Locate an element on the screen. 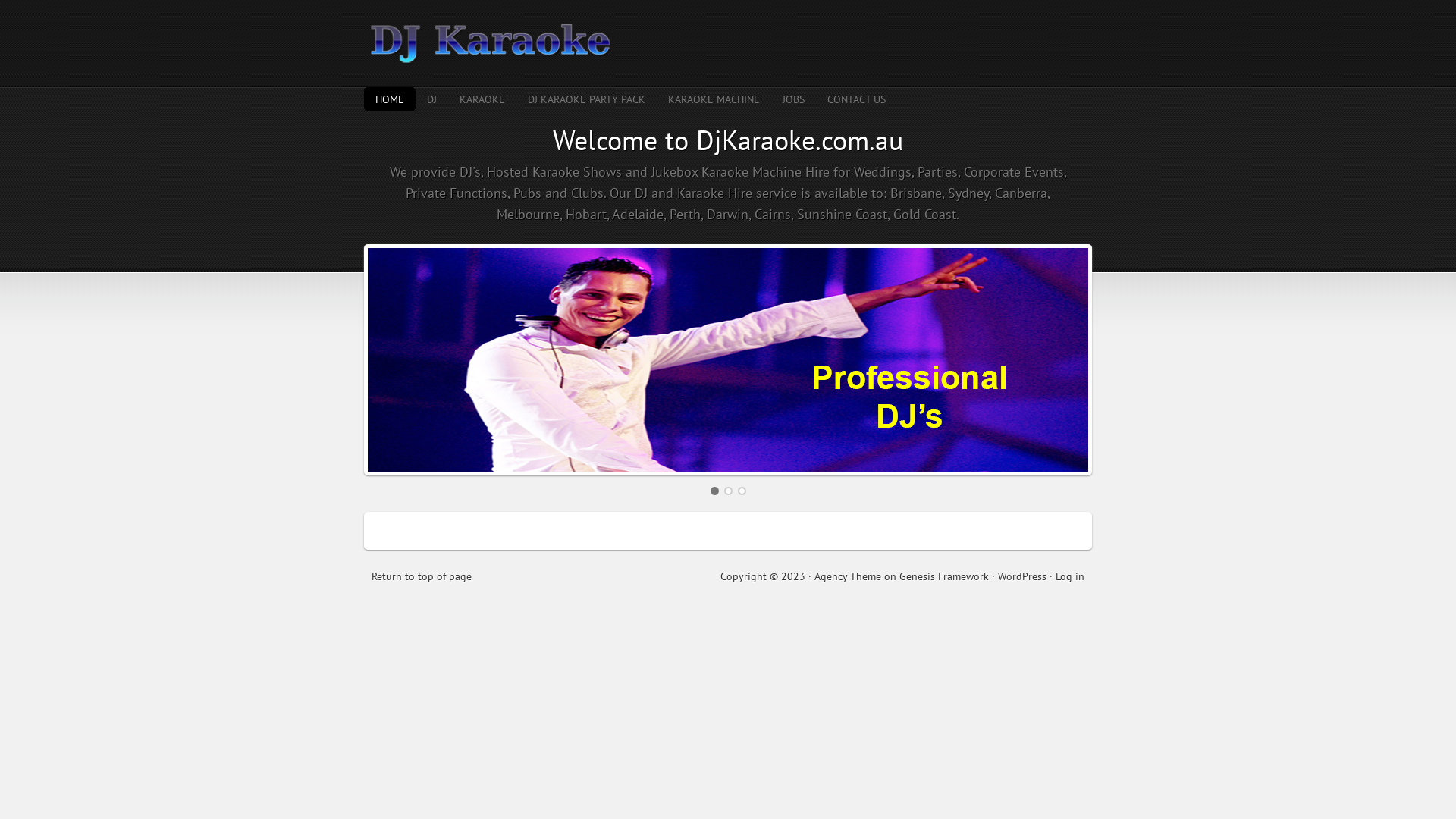  'WordPress' is located at coordinates (1022, 576).